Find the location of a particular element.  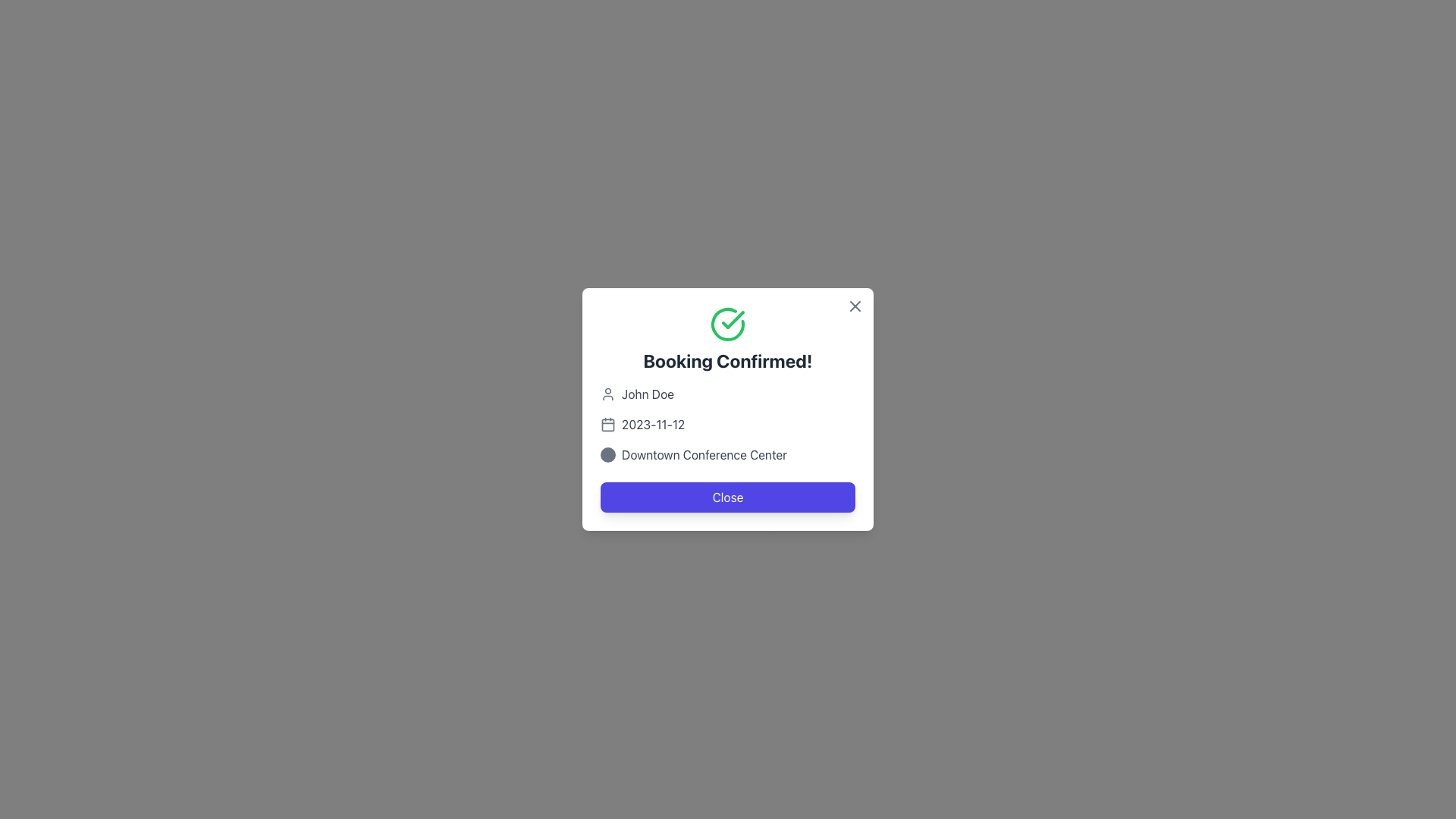

the Text Display that confirms a successful booking action, located below the success icon and above individual and location details is located at coordinates (728, 360).